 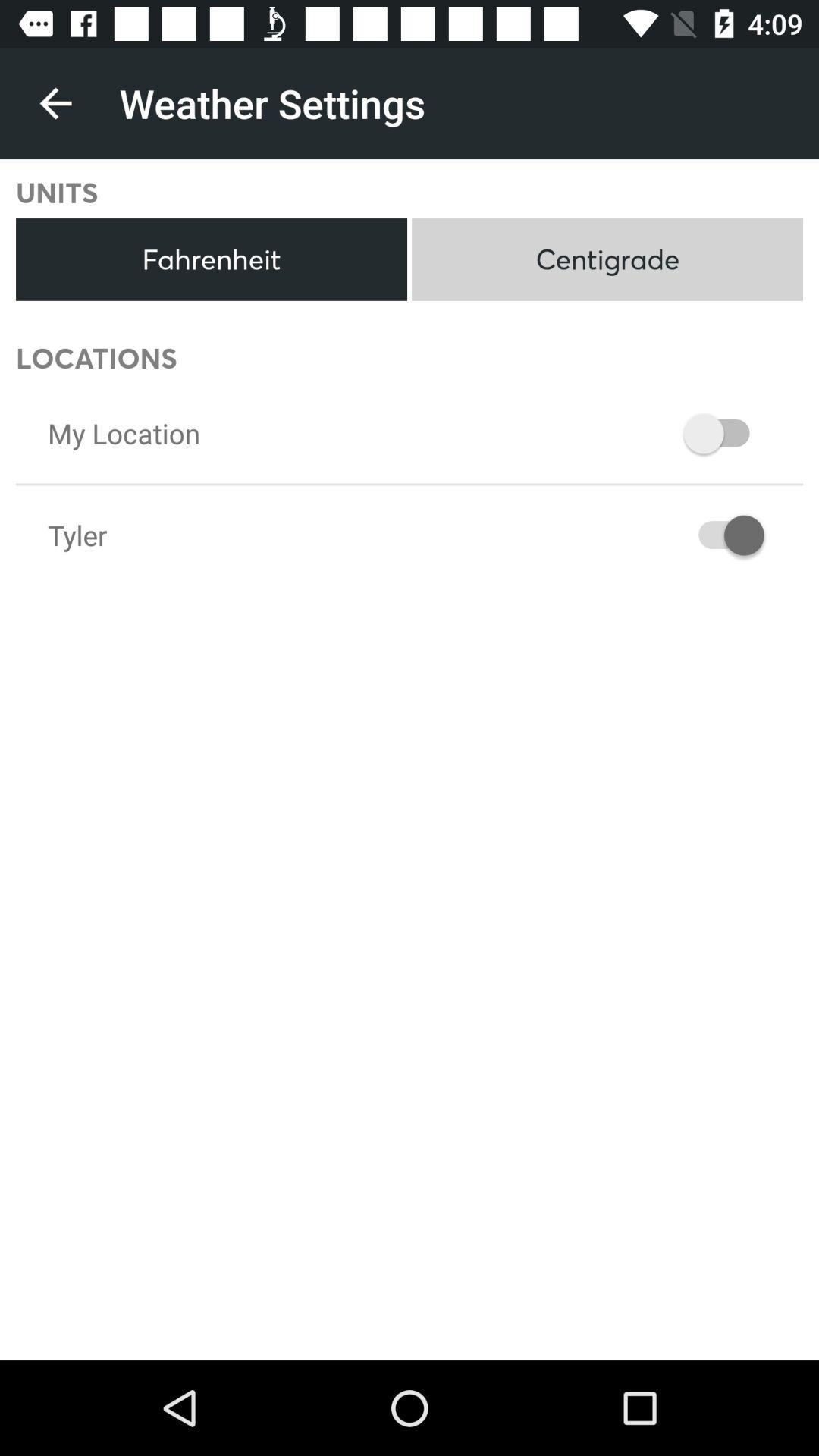 I want to click on the icon next to the centigrade icon, so click(x=211, y=259).